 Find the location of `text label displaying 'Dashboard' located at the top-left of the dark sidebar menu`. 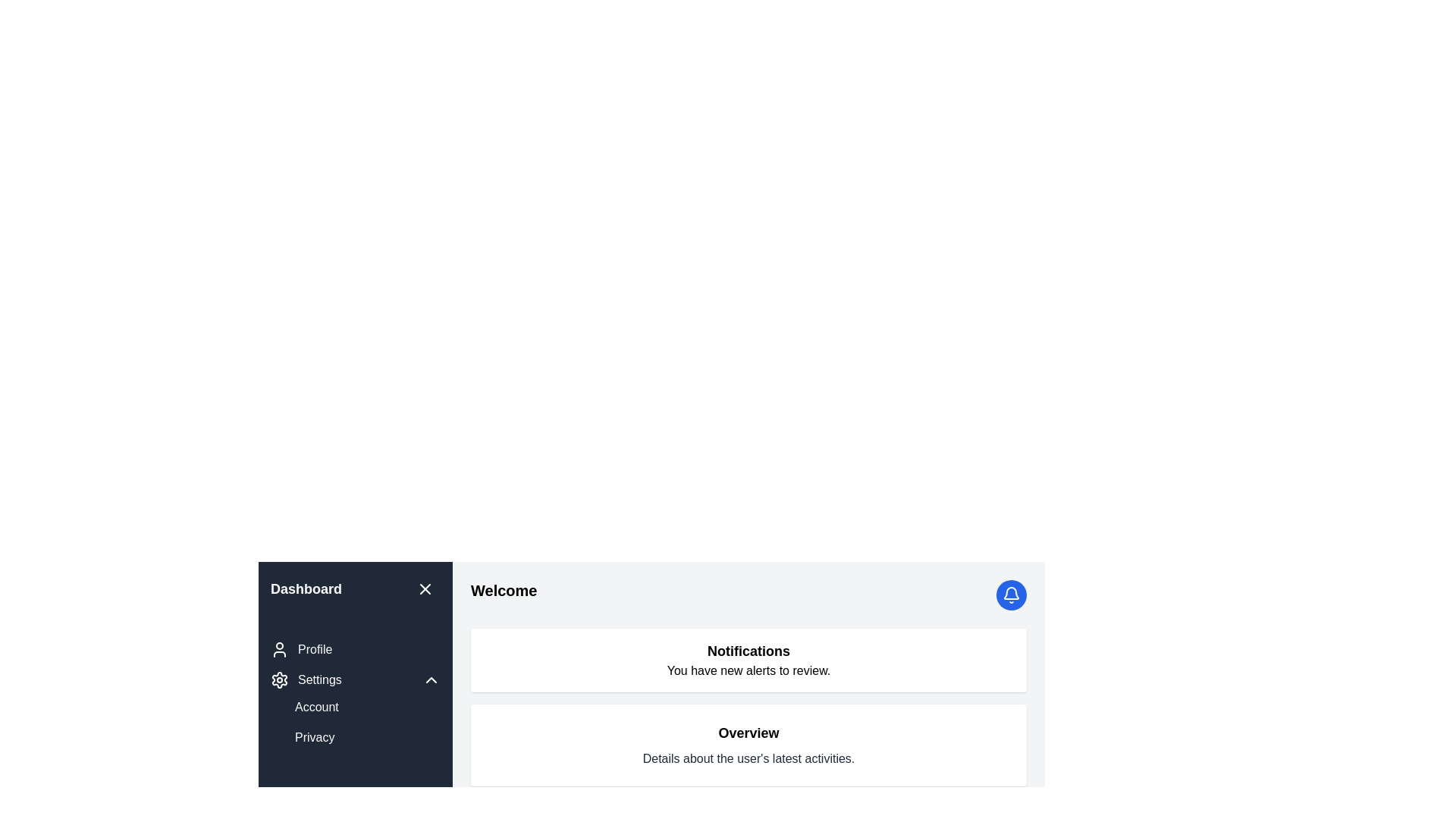

text label displaying 'Dashboard' located at the top-left of the dark sidebar menu is located at coordinates (305, 588).